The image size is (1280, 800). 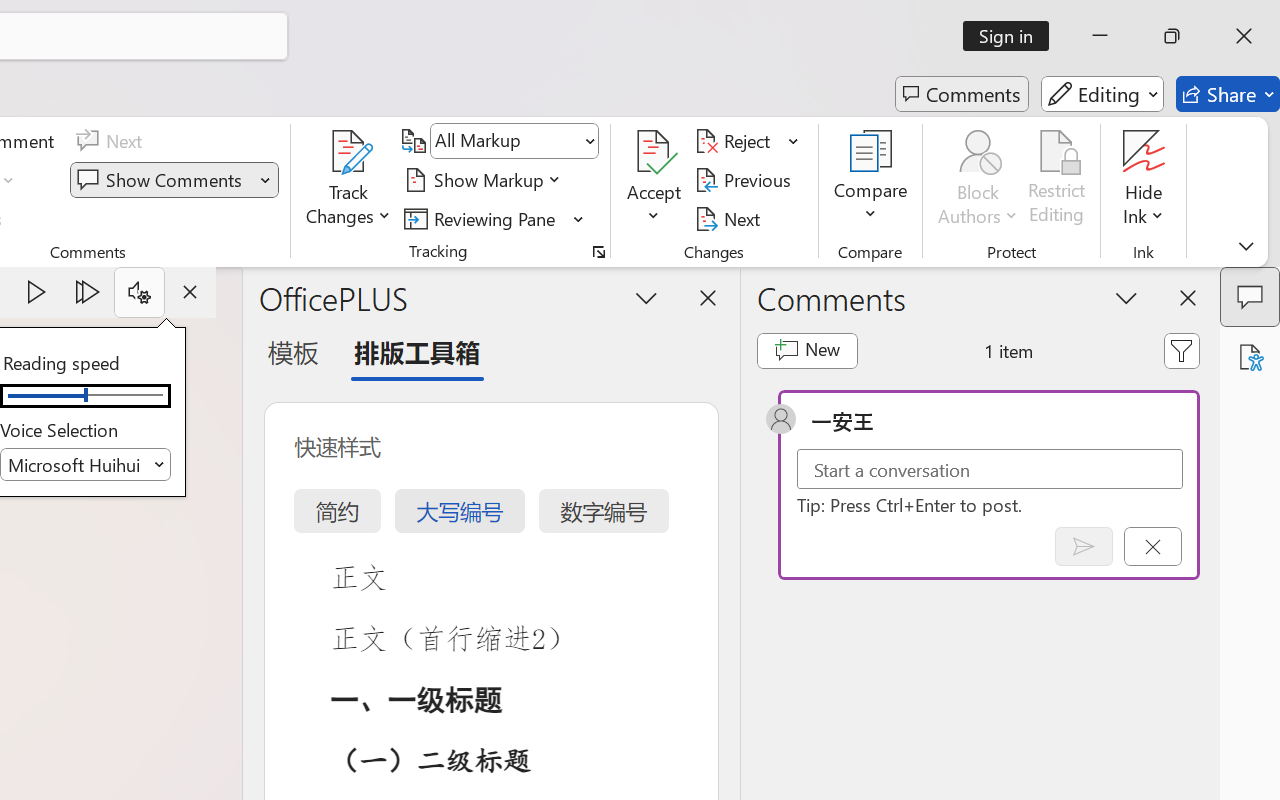 What do you see at coordinates (1083, 546) in the screenshot?
I see `'Post comment (Ctrl + Enter)'` at bounding box center [1083, 546].